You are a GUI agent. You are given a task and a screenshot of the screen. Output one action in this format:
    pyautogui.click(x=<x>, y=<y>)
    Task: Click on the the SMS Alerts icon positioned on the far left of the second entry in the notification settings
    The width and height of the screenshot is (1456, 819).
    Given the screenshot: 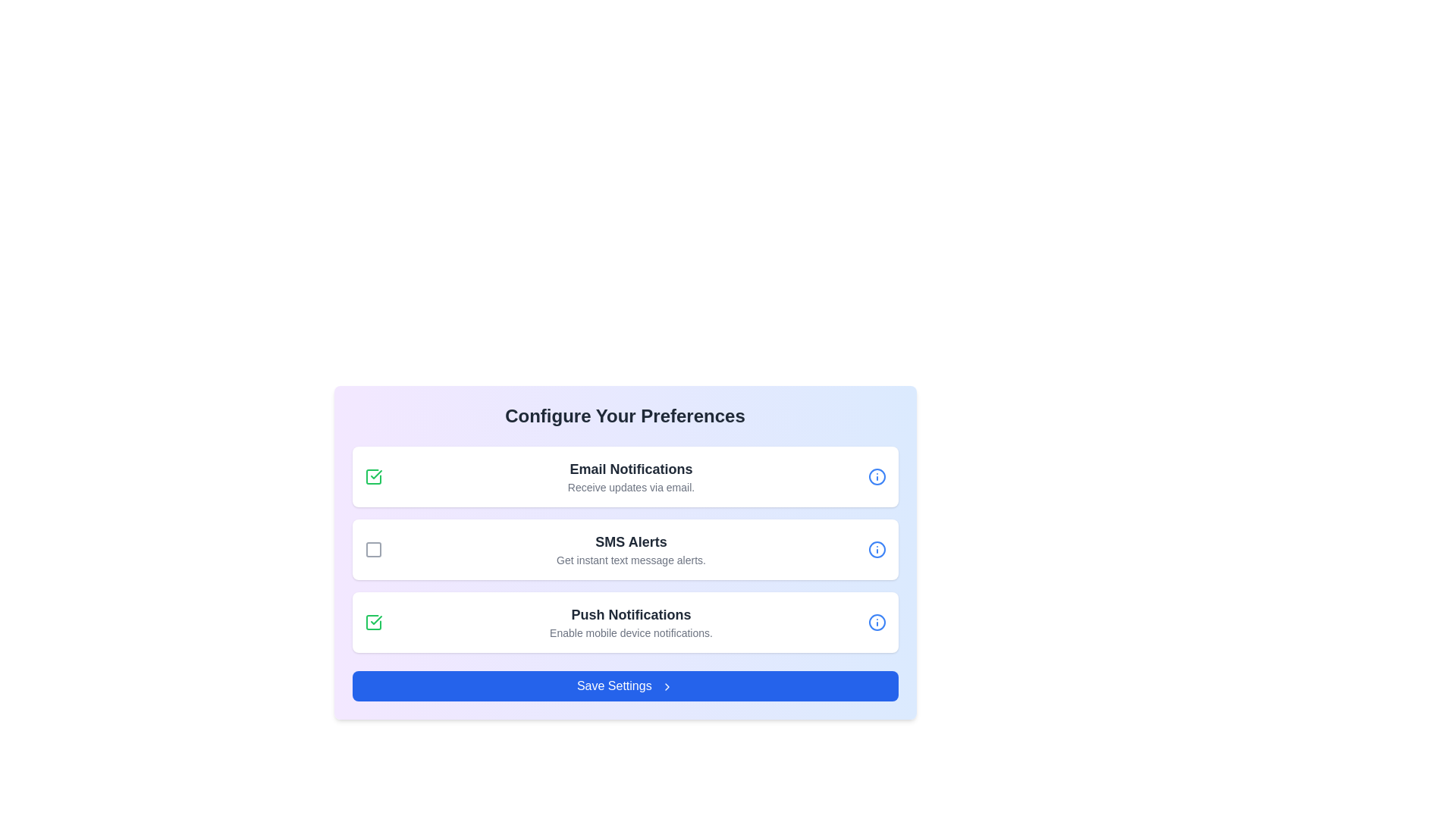 What is the action you would take?
    pyautogui.click(x=373, y=550)
    